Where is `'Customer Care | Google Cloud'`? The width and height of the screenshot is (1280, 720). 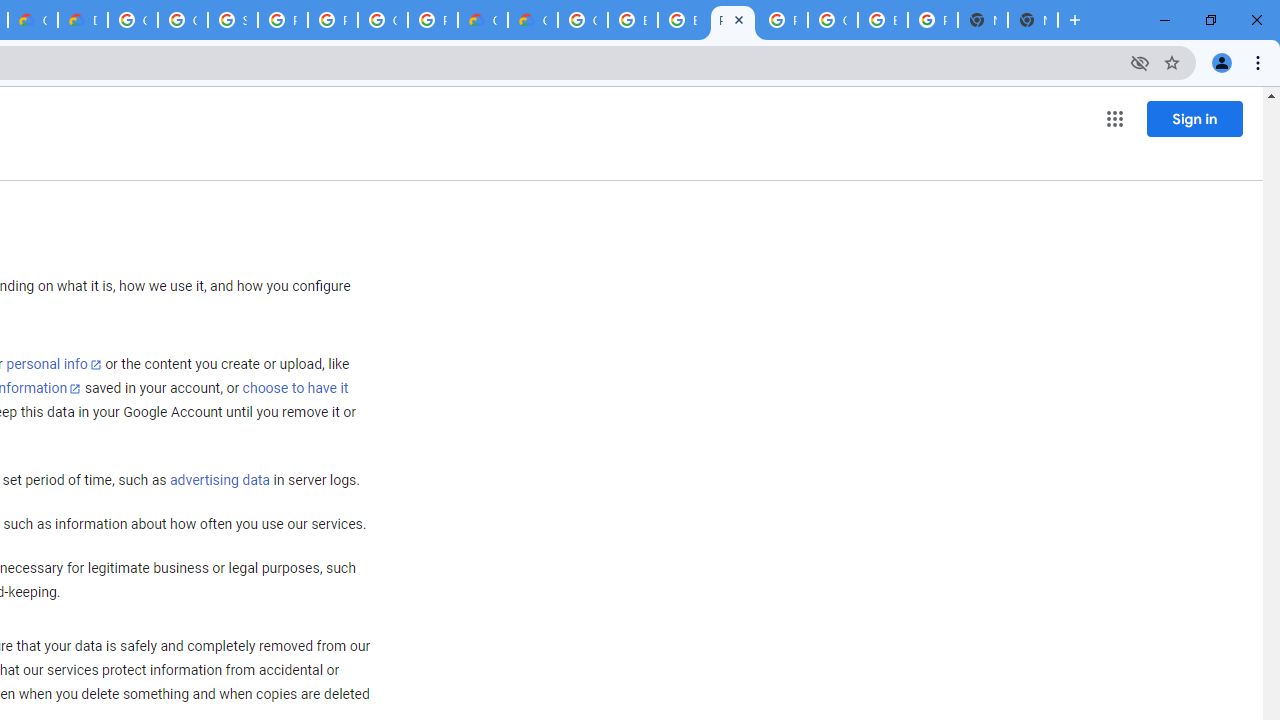 'Customer Care | Google Cloud' is located at coordinates (483, 20).